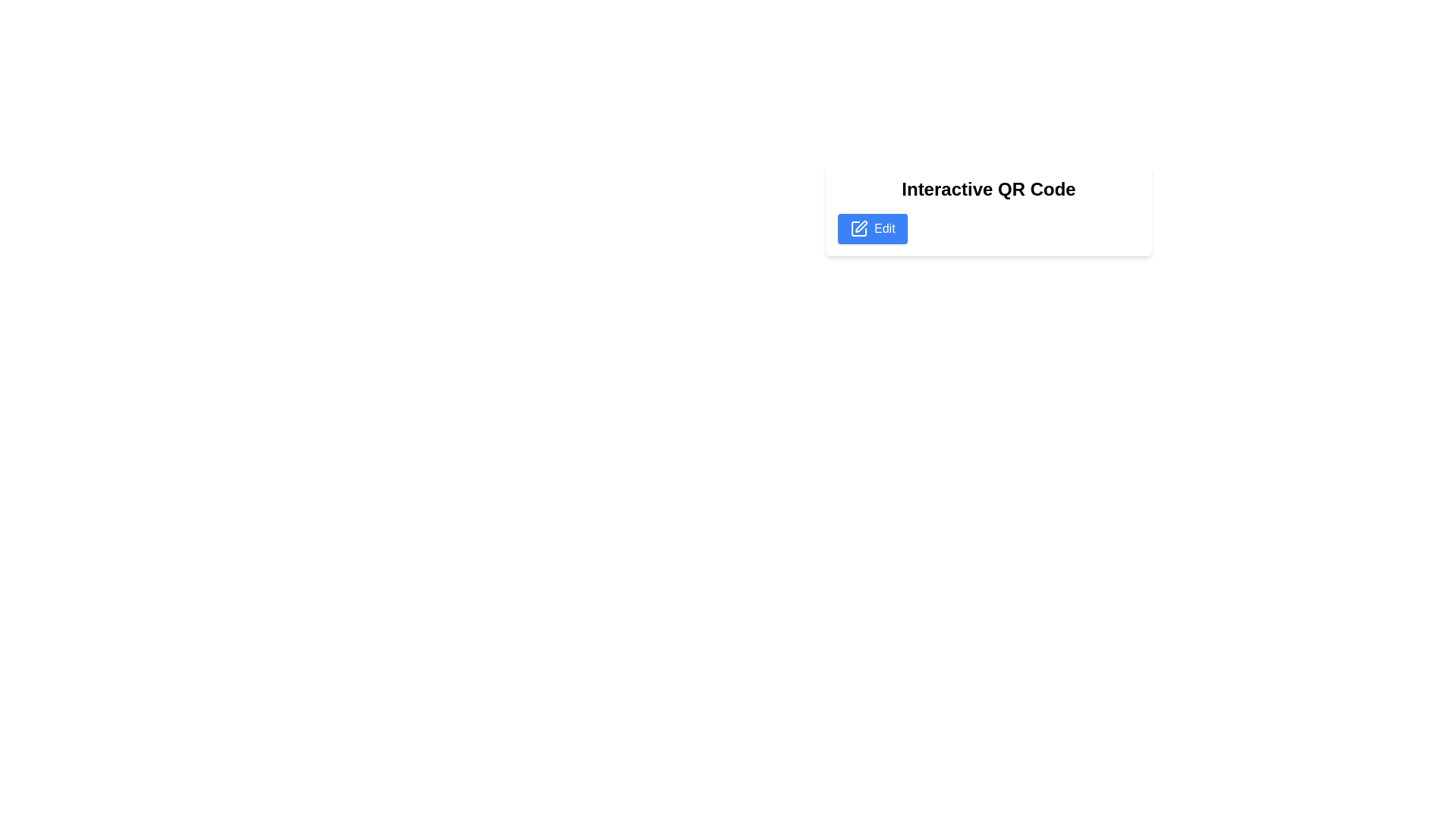 The image size is (1456, 819). What do you see at coordinates (989, 189) in the screenshot?
I see `static text label that serves as a header for the card-like widget, located at the top of the widget with rounded corners` at bounding box center [989, 189].